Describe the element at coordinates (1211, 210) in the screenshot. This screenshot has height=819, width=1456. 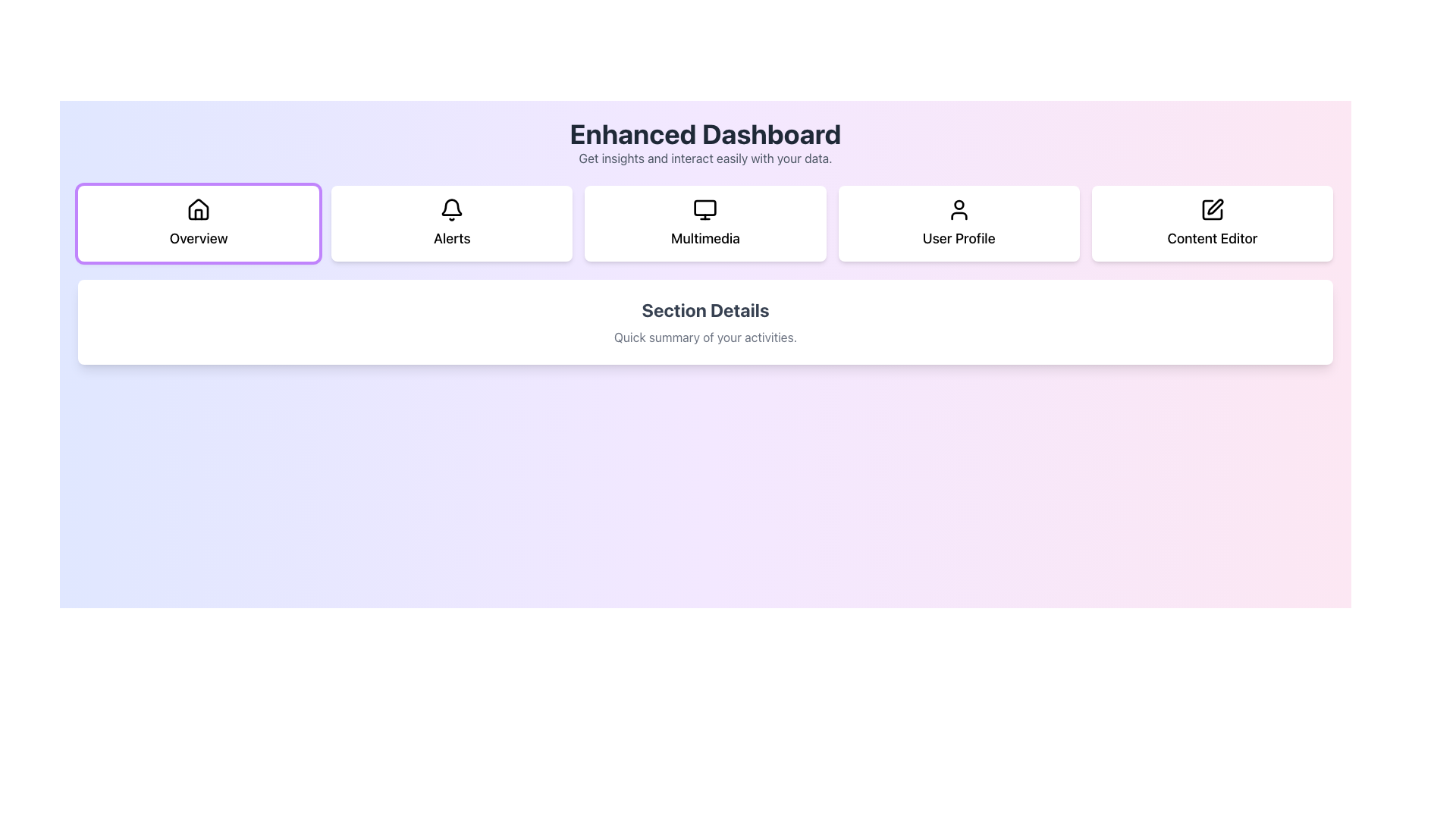
I see `the 'Content Editor' icon, which is an SVG image located in the upper area of the 'Content Editor' button, serving as a visual indicator for content creation or modification` at that location.